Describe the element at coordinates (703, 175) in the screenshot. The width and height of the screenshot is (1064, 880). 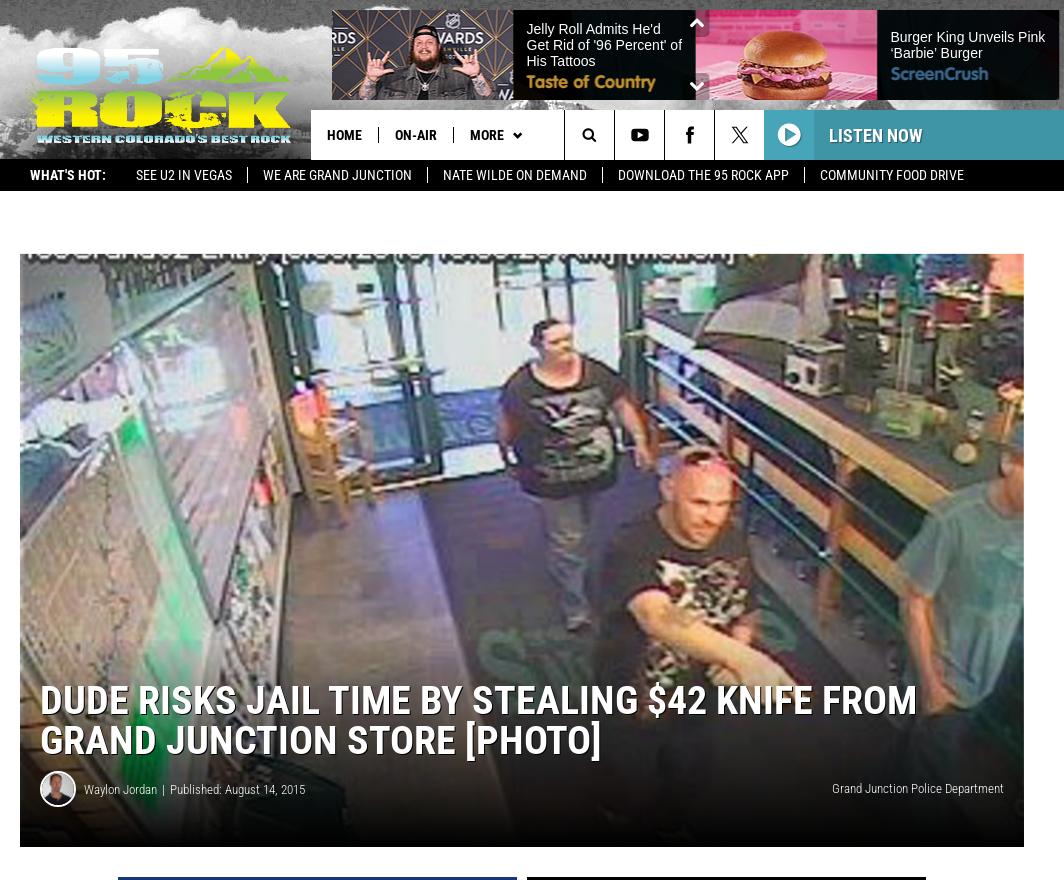
I see `'Download the 95 Rock App'` at that location.